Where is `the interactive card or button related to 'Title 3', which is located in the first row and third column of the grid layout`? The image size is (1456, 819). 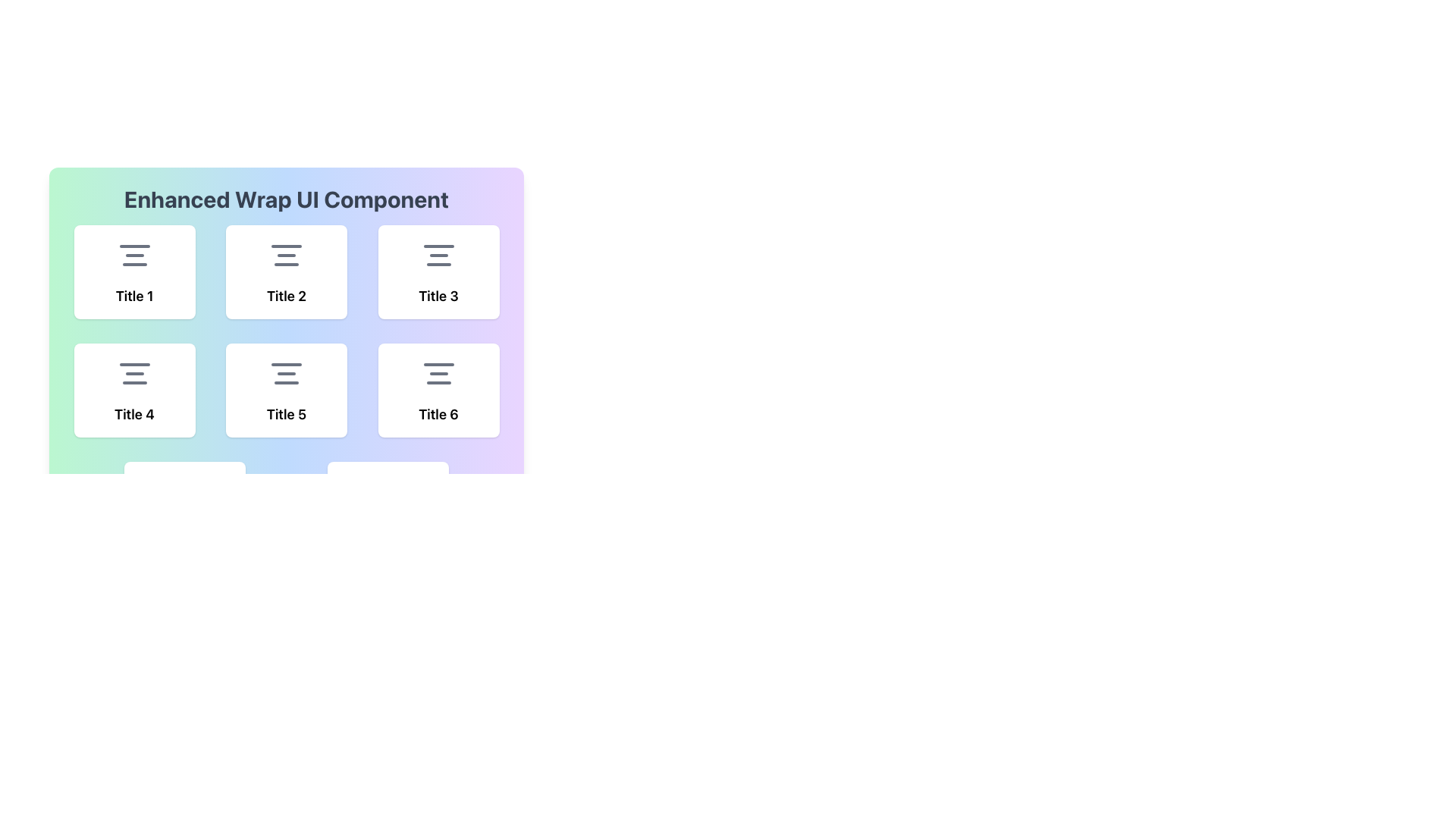 the interactive card or button related to 'Title 3', which is located in the first row and third column of the grid layout is located at coordinates (438, 271).